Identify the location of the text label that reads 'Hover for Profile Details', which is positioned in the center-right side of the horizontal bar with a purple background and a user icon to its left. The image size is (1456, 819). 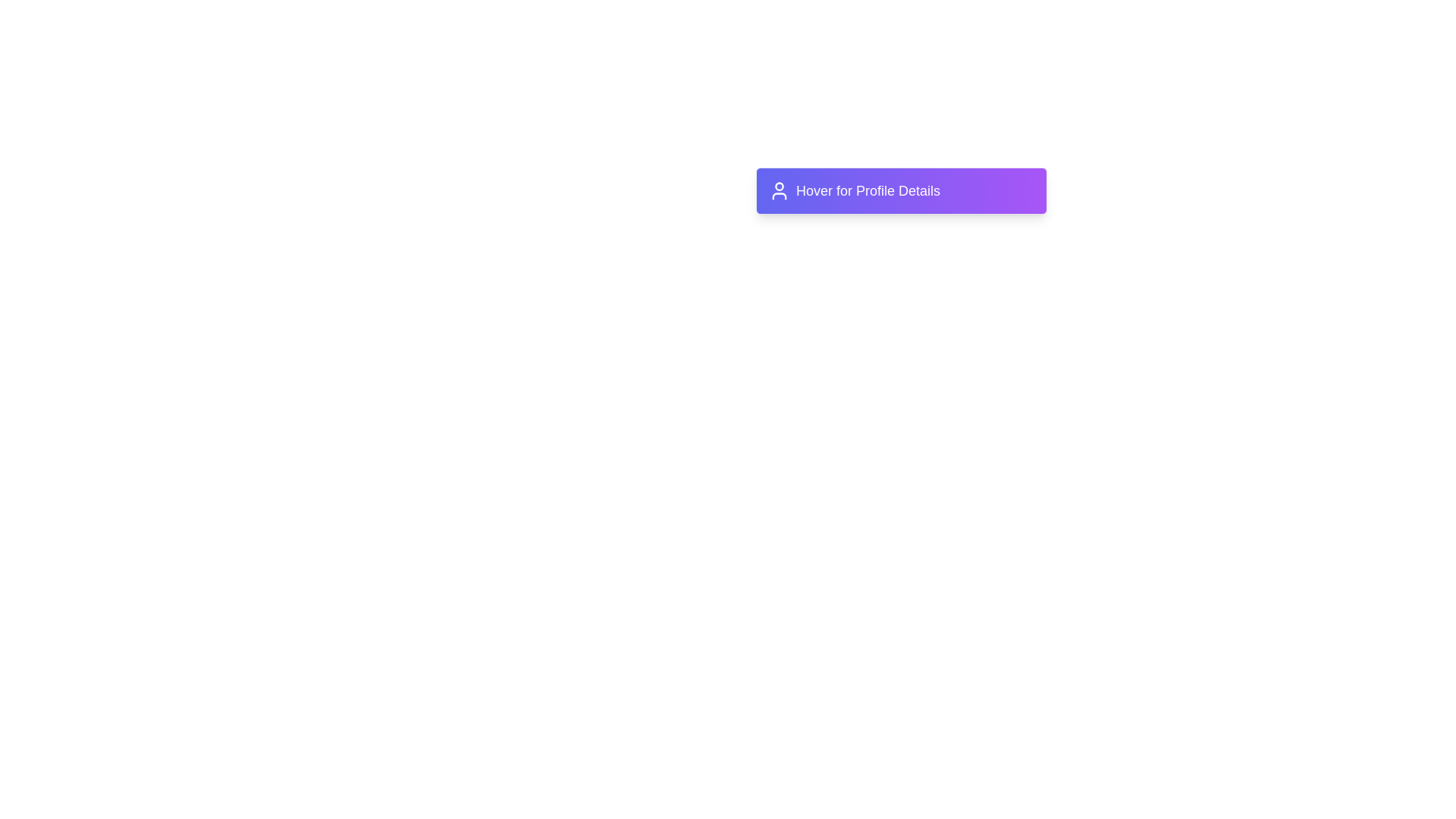
(868, 190).